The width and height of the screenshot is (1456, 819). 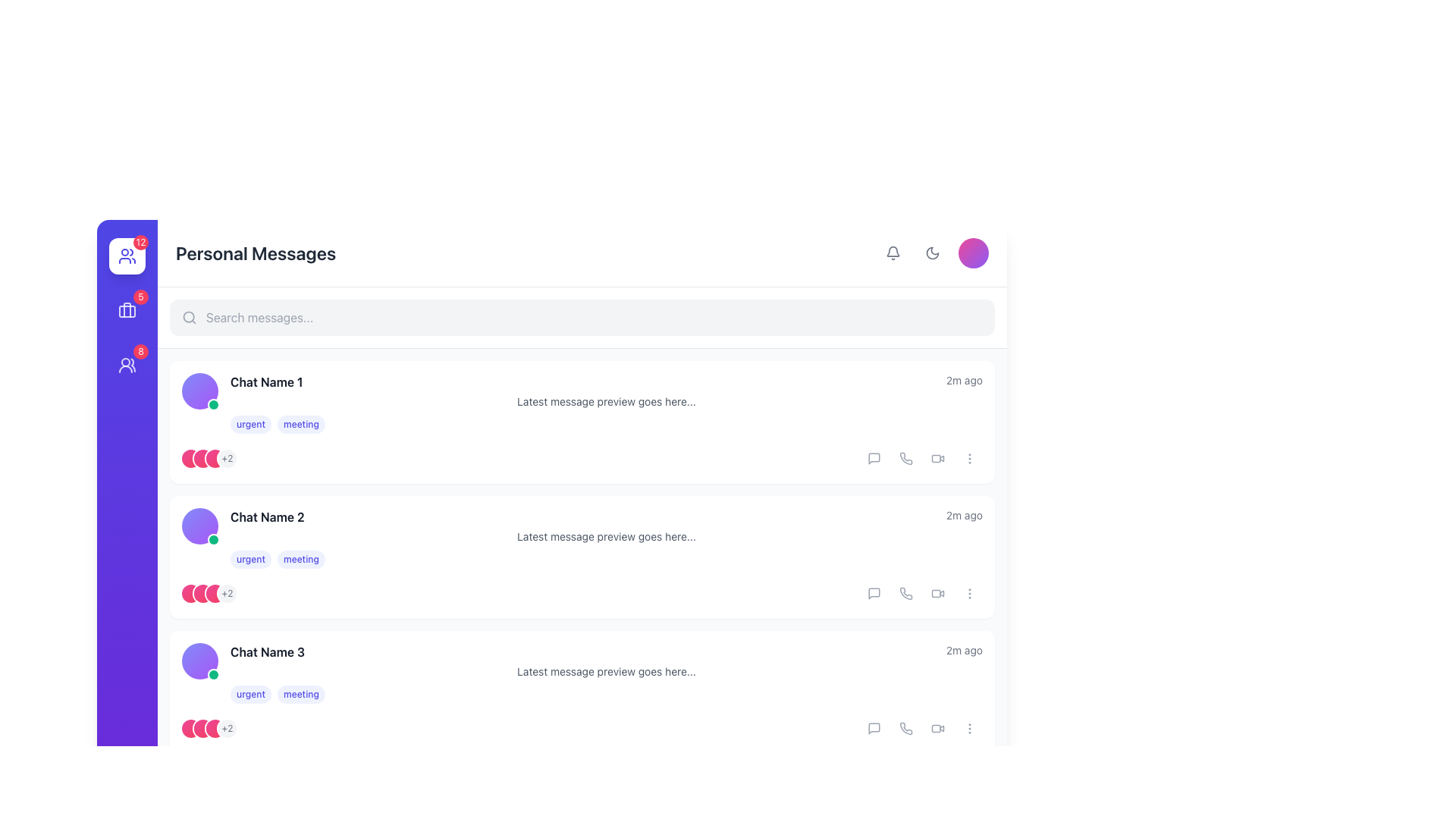 I want to click on the Informational badge, which is the fourth circular icon in a series, located below 'Chat Name 1' and next to the tags 'urgent' and 'meeting', so click(x=226, y=458).